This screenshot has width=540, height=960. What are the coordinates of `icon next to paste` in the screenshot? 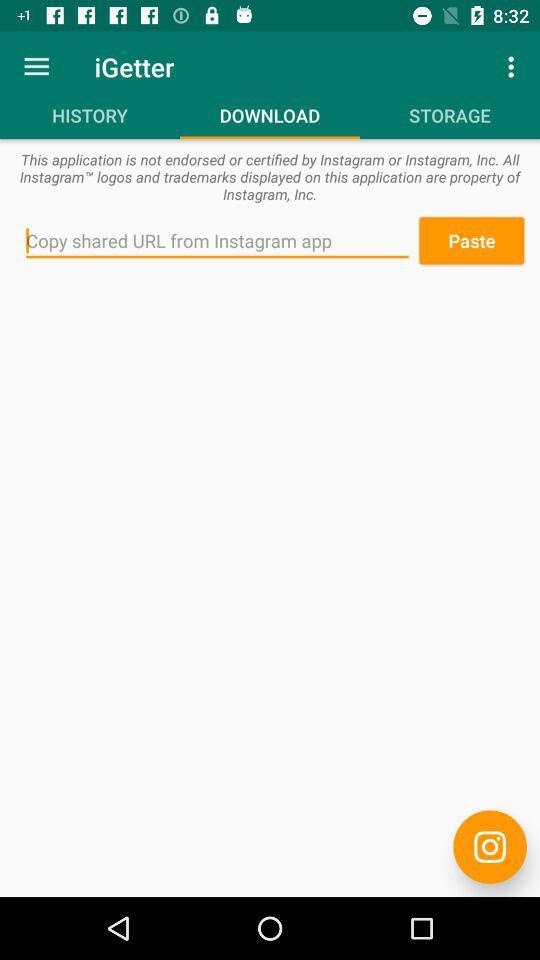 It's located at (216, 240).